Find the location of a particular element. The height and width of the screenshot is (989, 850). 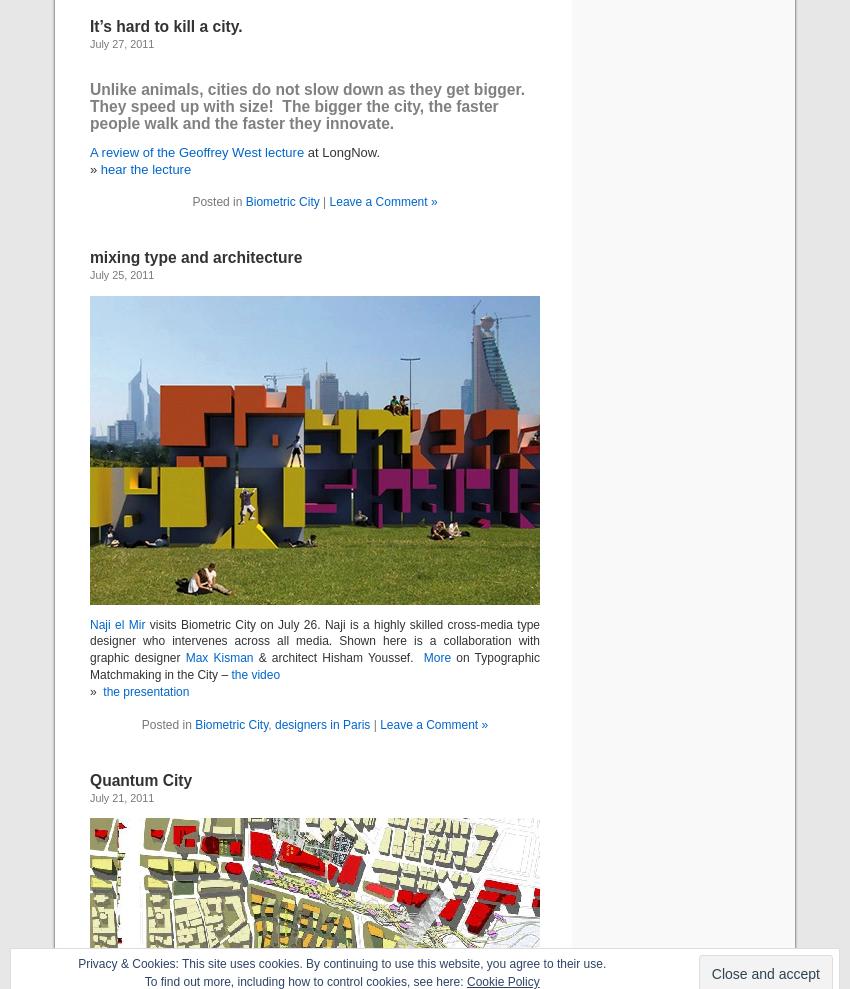

'To find out more, including how to control cookies, see here:' is located at coordinates (304, 981).